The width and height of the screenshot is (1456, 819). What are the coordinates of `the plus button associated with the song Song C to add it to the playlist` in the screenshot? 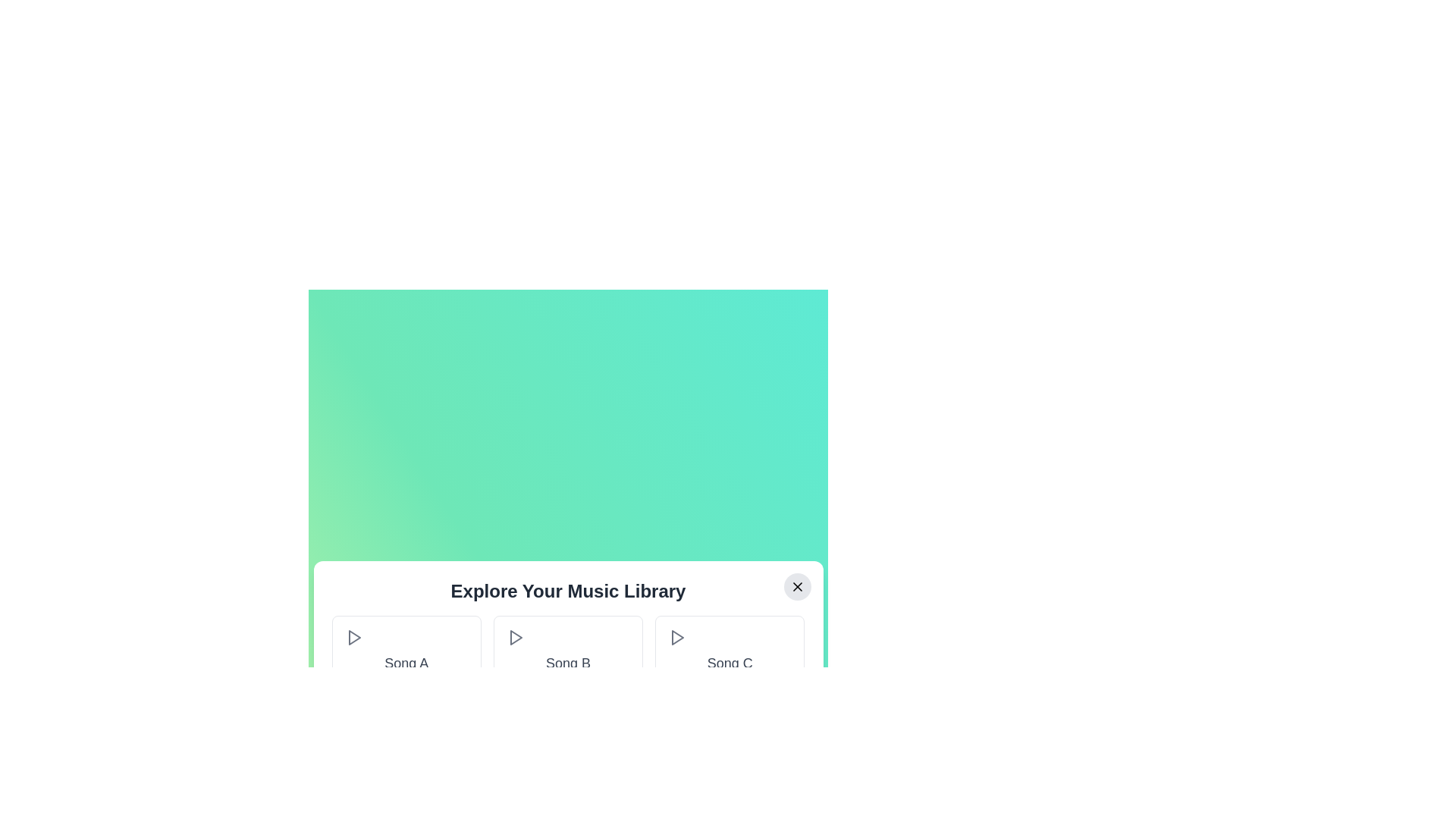 It's located at (783, 689).